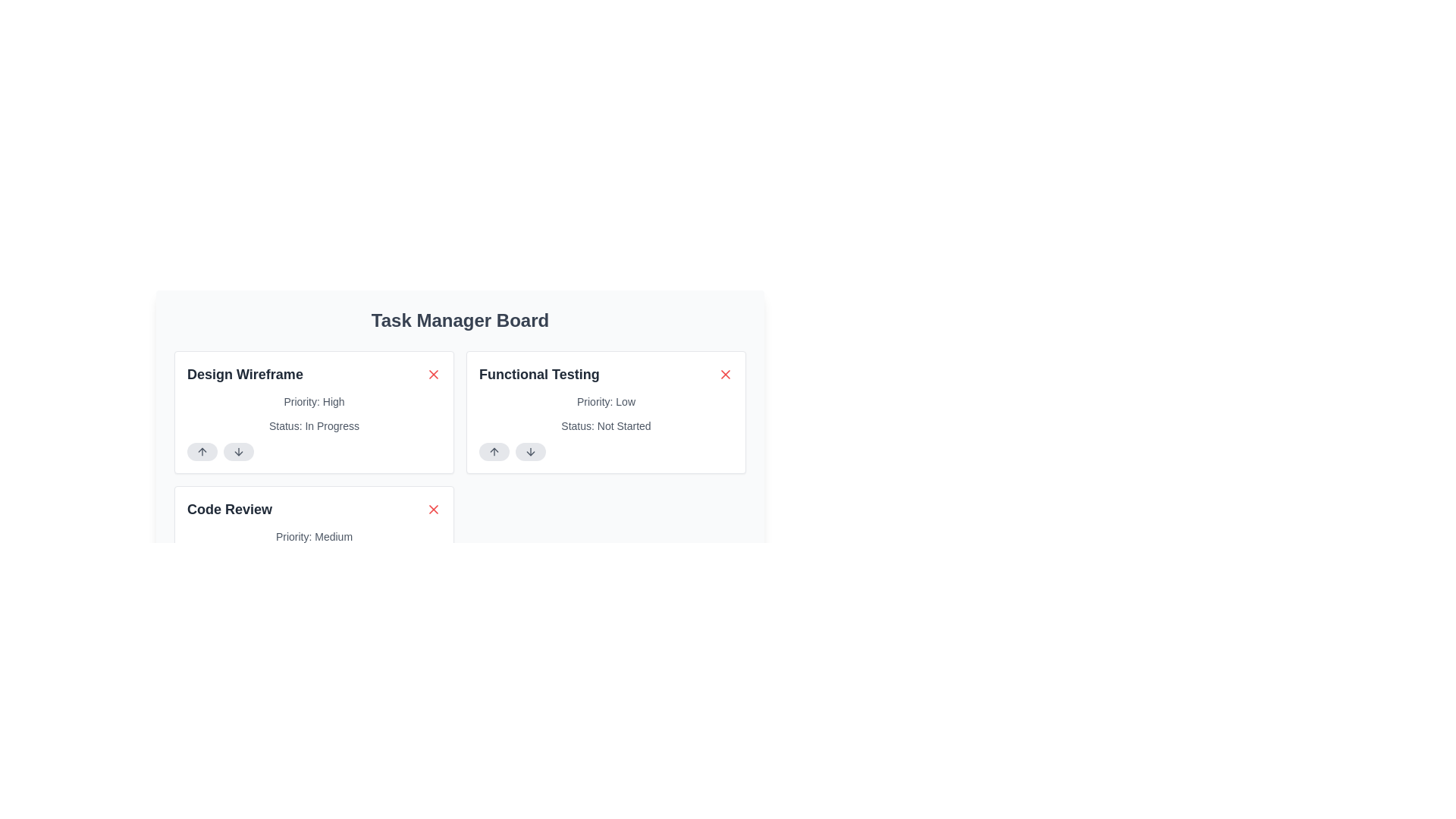 Image resolution: width=1456 pixels, height=819 pixels. Describe the element at coordinates (202, 451) in the screenshot. I see `the upward arrow icon button located at the bottom of the 'Design Wireframe' card in the task manager board for keyboard navigation` at that location.